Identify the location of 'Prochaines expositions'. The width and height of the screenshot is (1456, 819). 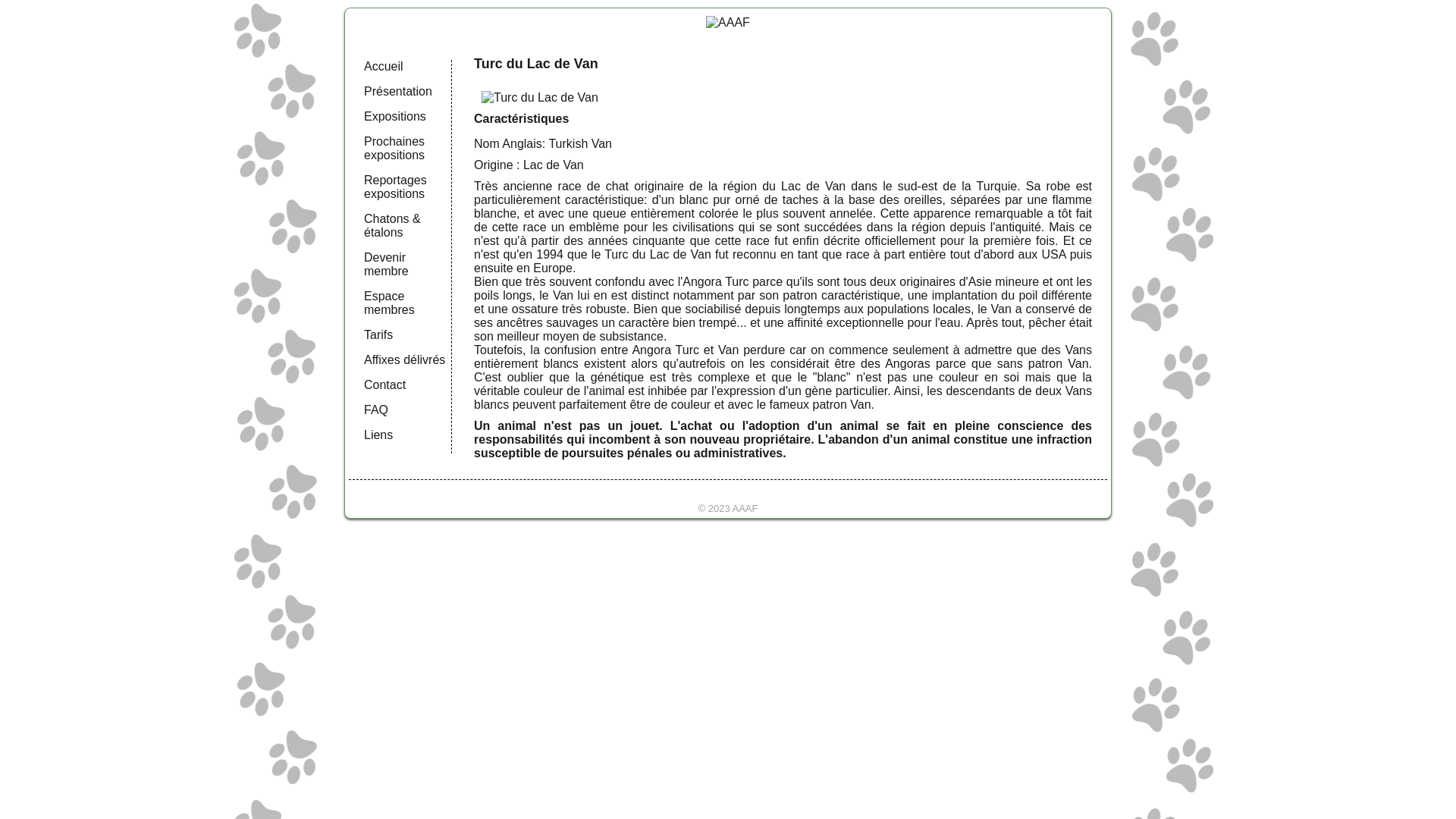
(394, 148).